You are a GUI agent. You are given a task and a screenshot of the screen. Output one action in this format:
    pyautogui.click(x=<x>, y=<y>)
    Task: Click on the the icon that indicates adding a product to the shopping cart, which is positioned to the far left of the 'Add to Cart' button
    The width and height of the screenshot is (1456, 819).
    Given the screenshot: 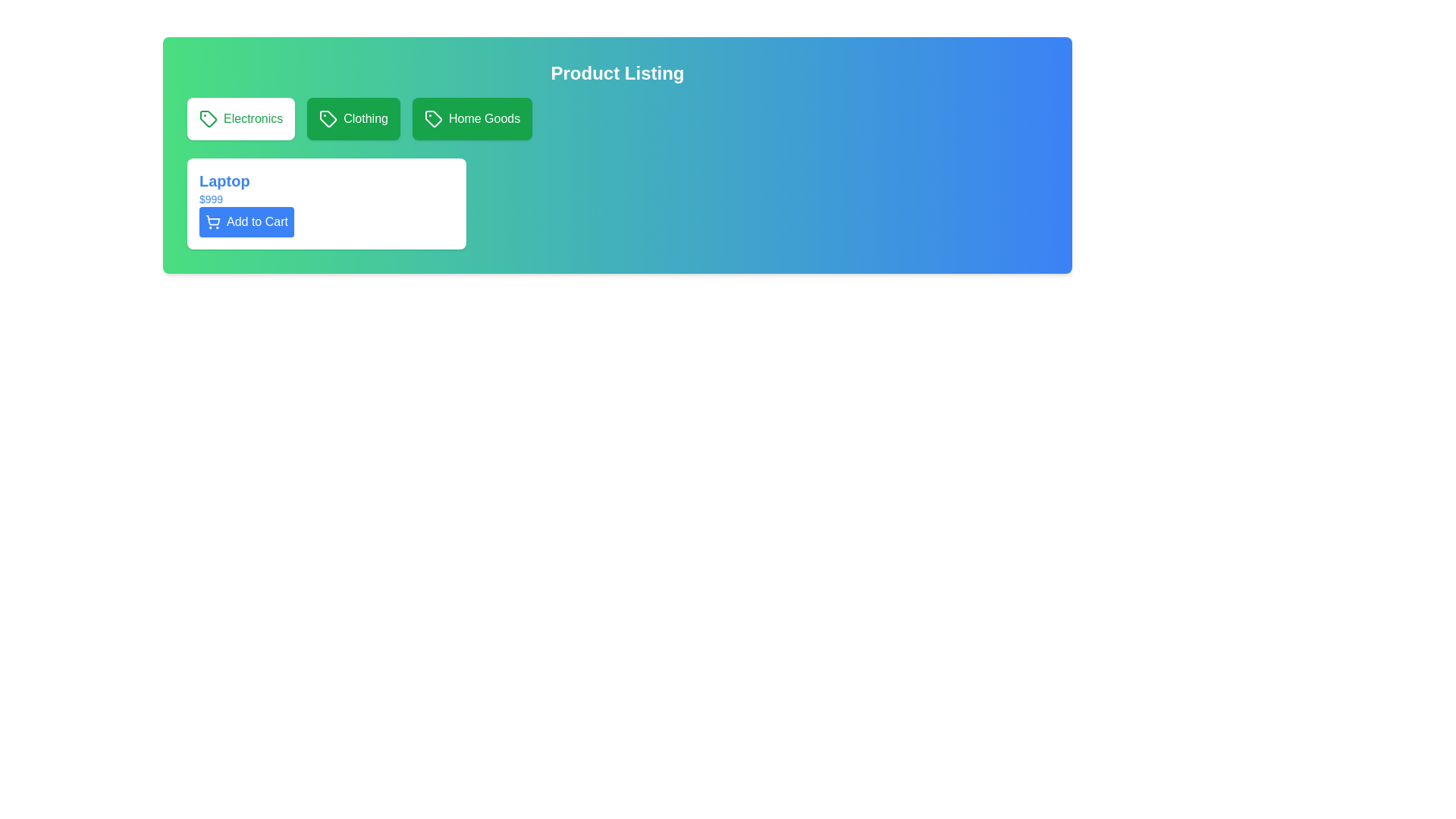 What is the action you would take?
    pyautogui.click(x=212, y=222)
    